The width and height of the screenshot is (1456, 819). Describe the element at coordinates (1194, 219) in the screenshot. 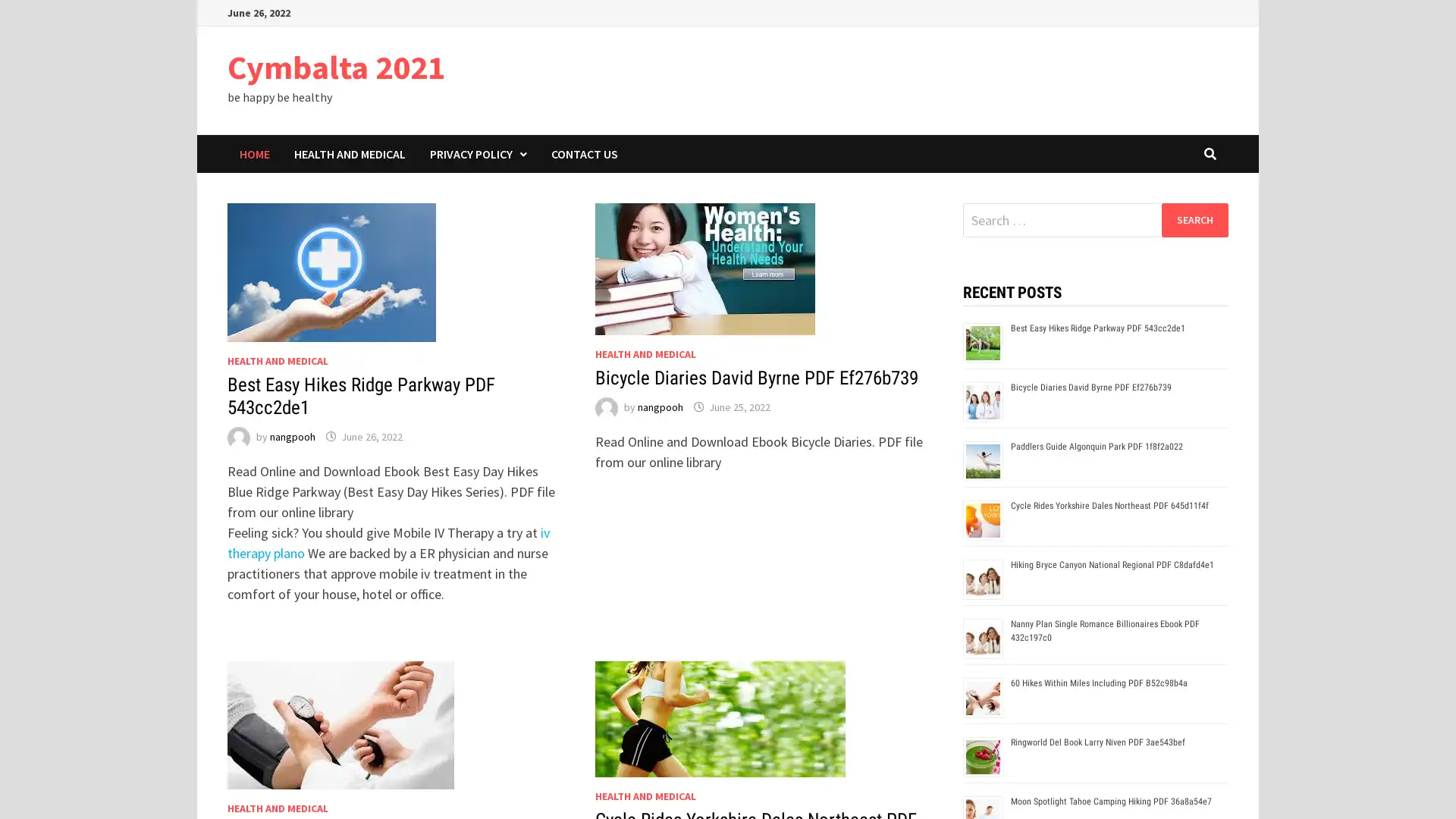

I see `Search` at that location.